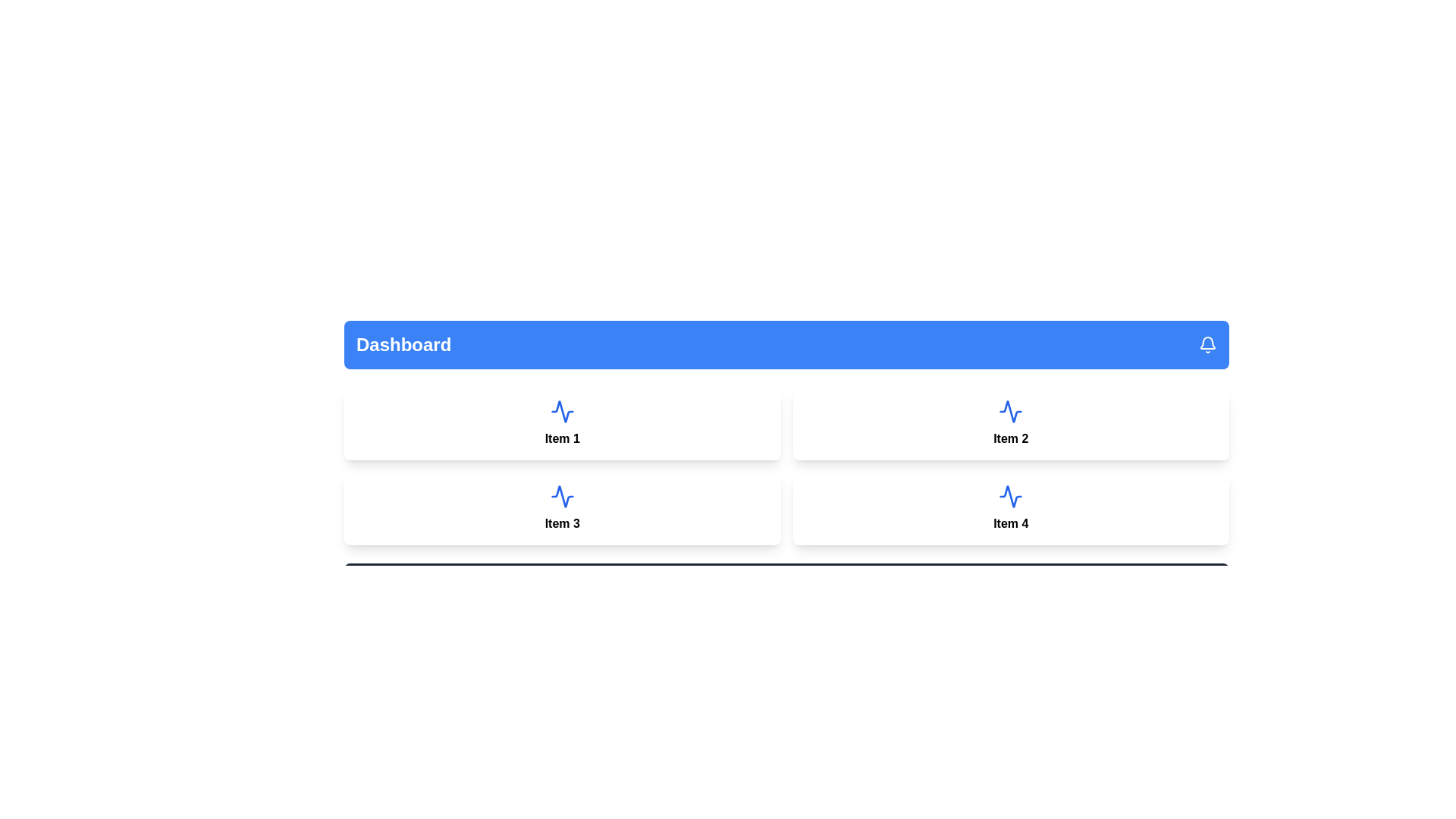 This screenshot has height=819, width=1456. What do you see at coordinates (561, 509) in the screenshot?
I see `the card with a light blue background, rounded corners, and the text 'Item 3' centered and bold, located in the bottom-left position of the grid` at bounding box center [561, 509].